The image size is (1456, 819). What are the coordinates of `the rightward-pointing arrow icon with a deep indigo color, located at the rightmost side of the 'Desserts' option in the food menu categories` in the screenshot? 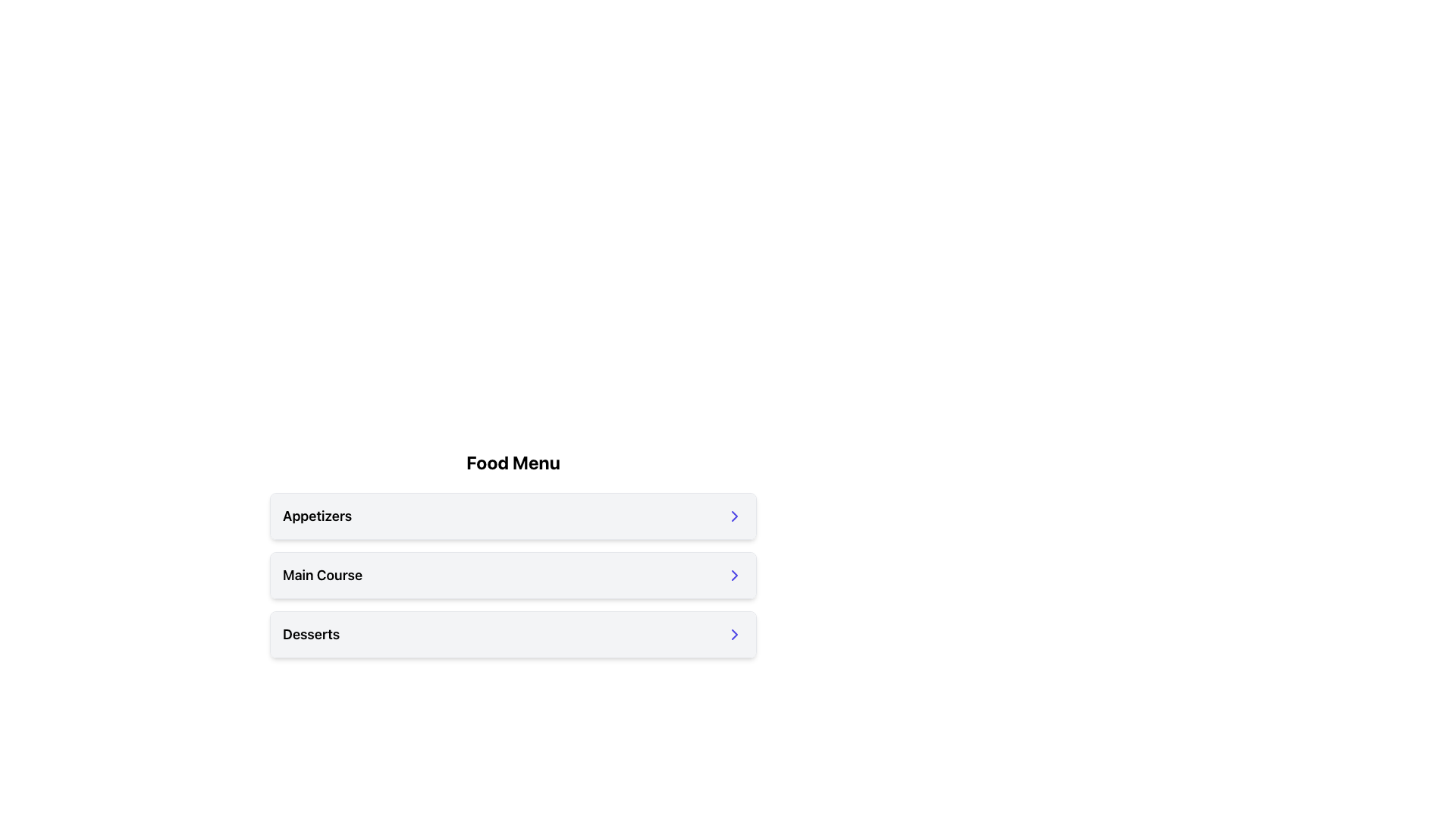 It's located at (735, 635).